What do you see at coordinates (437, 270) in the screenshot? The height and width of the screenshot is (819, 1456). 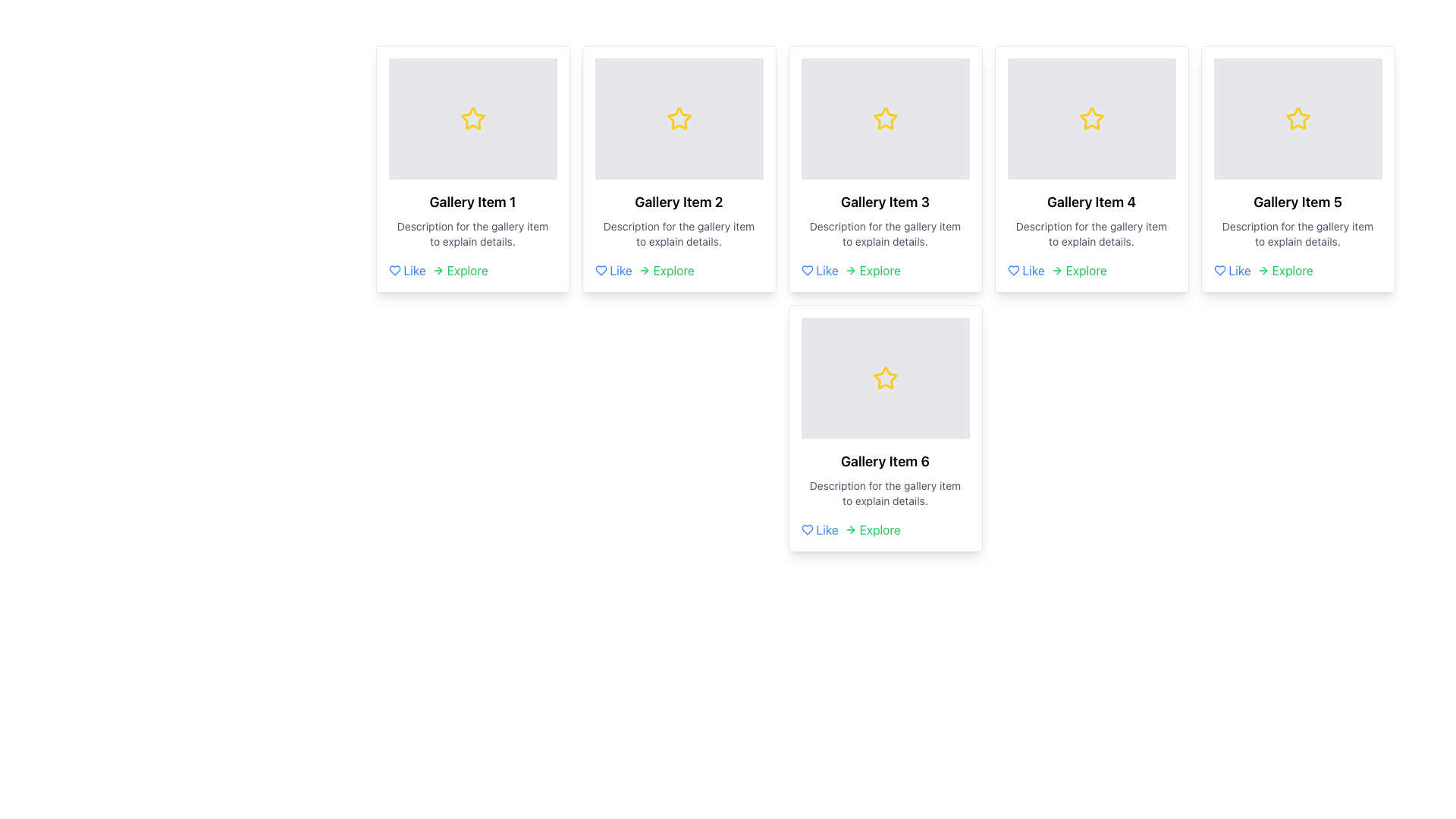 I see `the small rightward-pointing green arrow icon located next to the 'Explore' text on the button within the 'Gallery Item 1' card` at bounding box center [437, 270].